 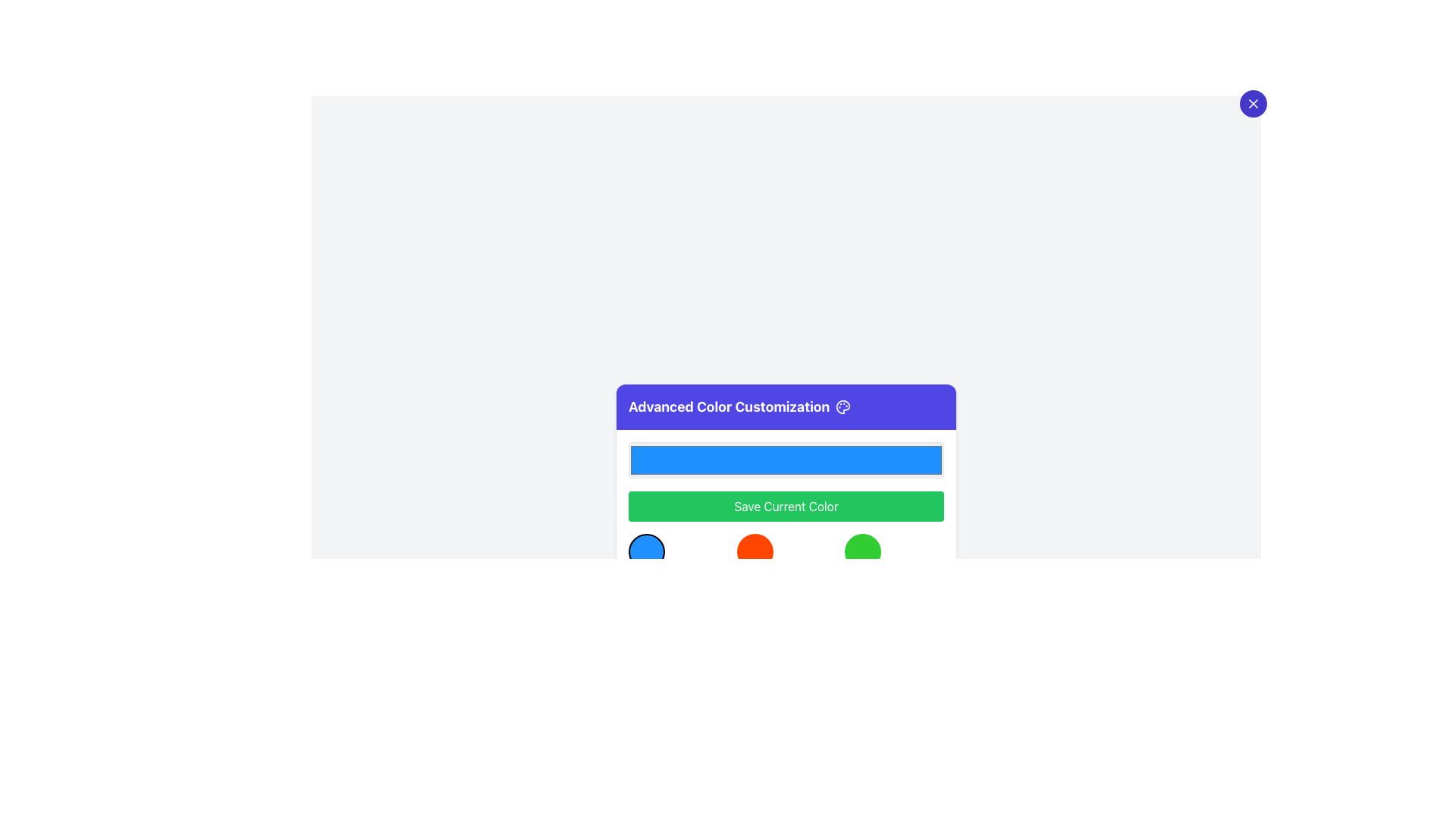 I want to click on the rectangular color input field with a blue background located in the 'Advanced Color Customization' modal, so click(x=786, y=459).